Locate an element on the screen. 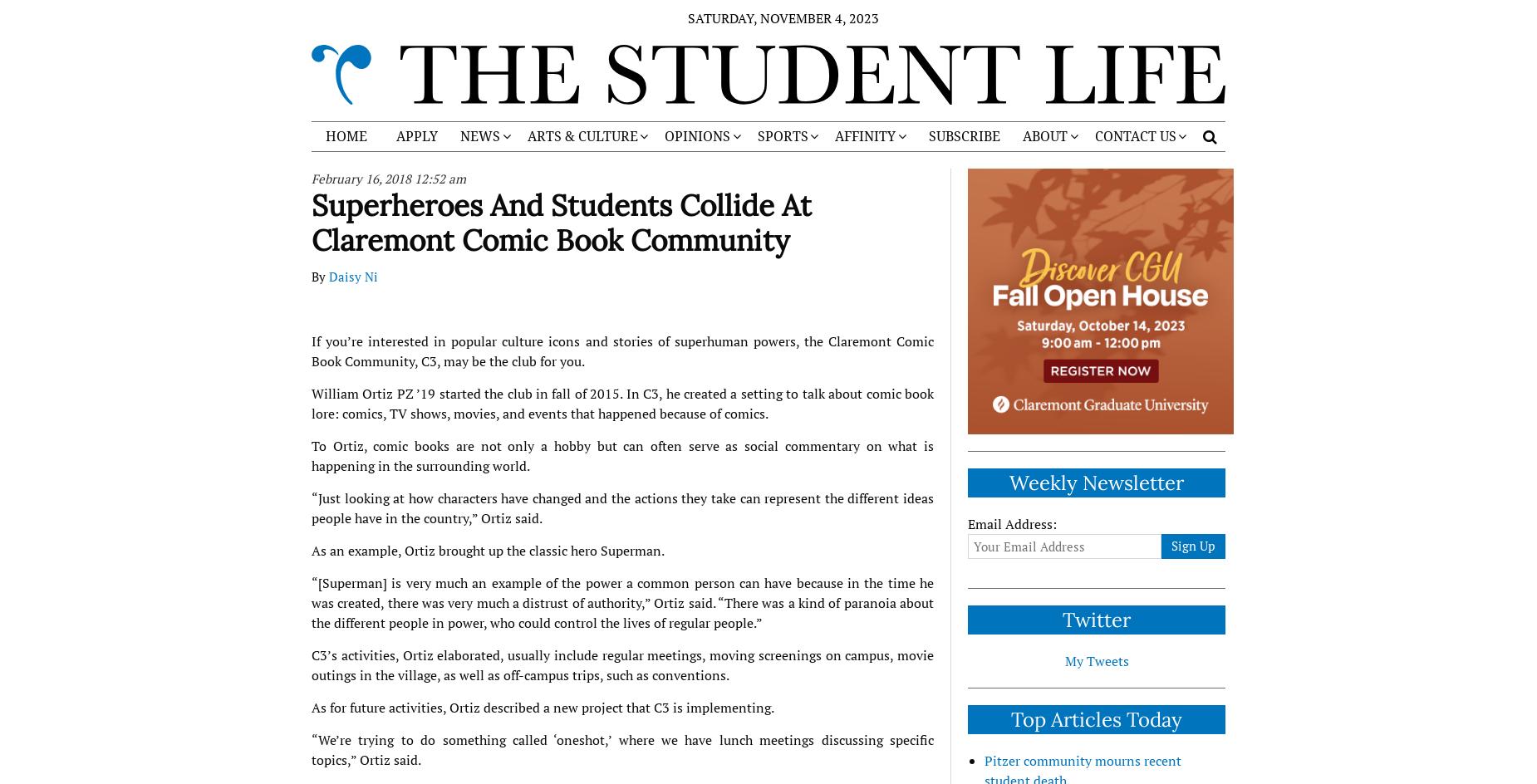 The width and height of the screenshot is (1537, 784). 'STAFF' is located at coordinates (1025, 199).